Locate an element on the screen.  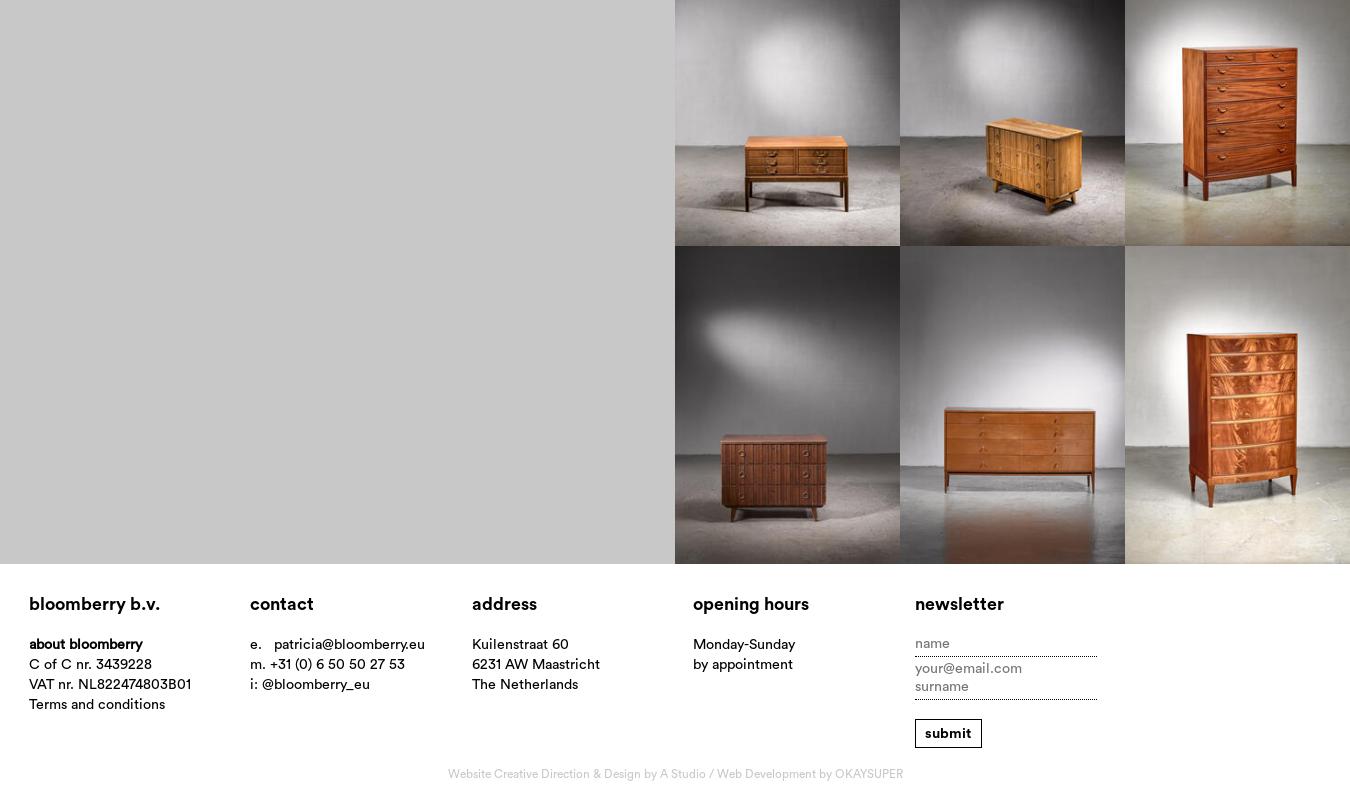
'About Bloomberry' is located at coordinates (83, 643).